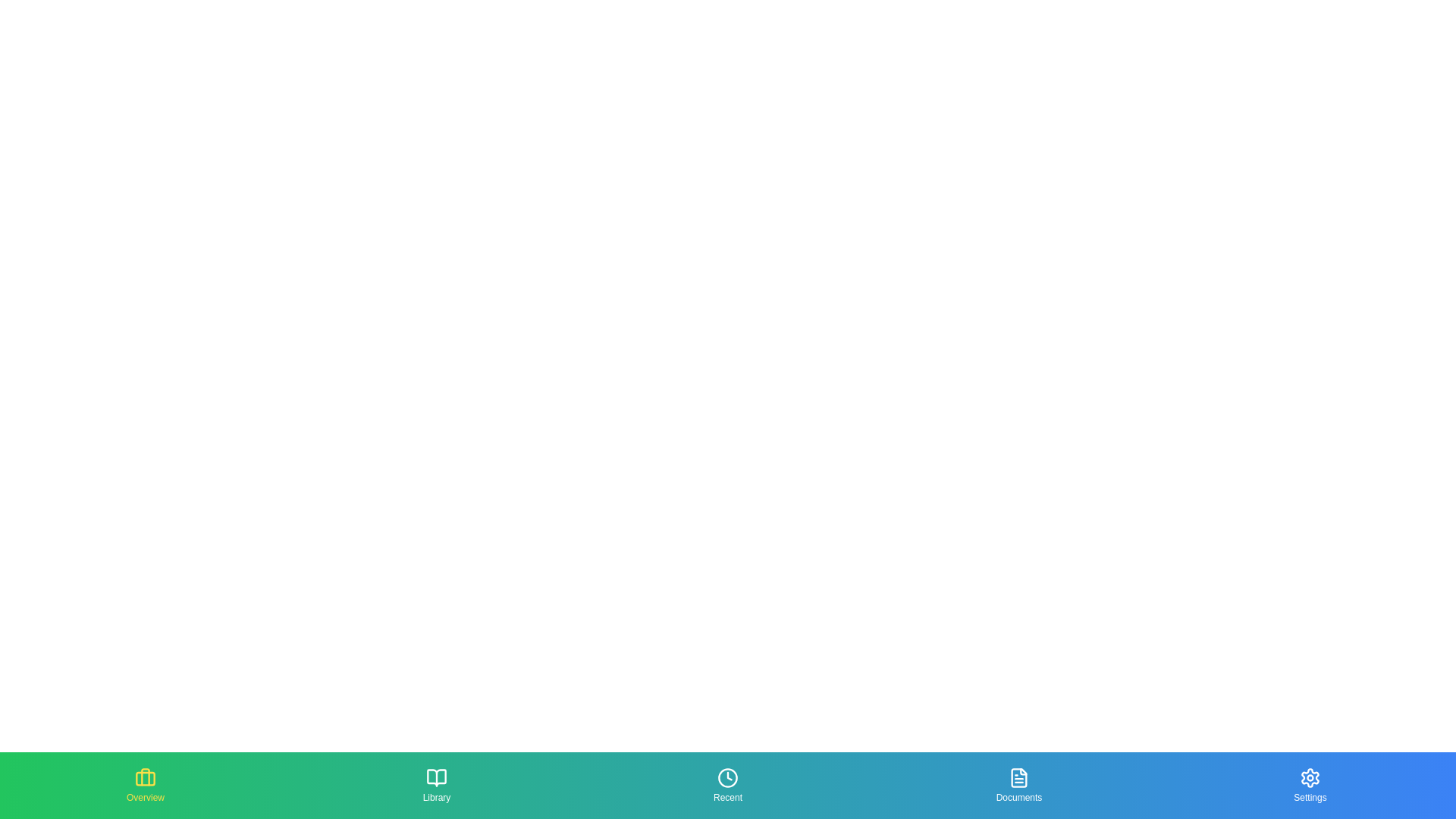  I want to click on the section button corresponding to Overview, so click(145, 785).